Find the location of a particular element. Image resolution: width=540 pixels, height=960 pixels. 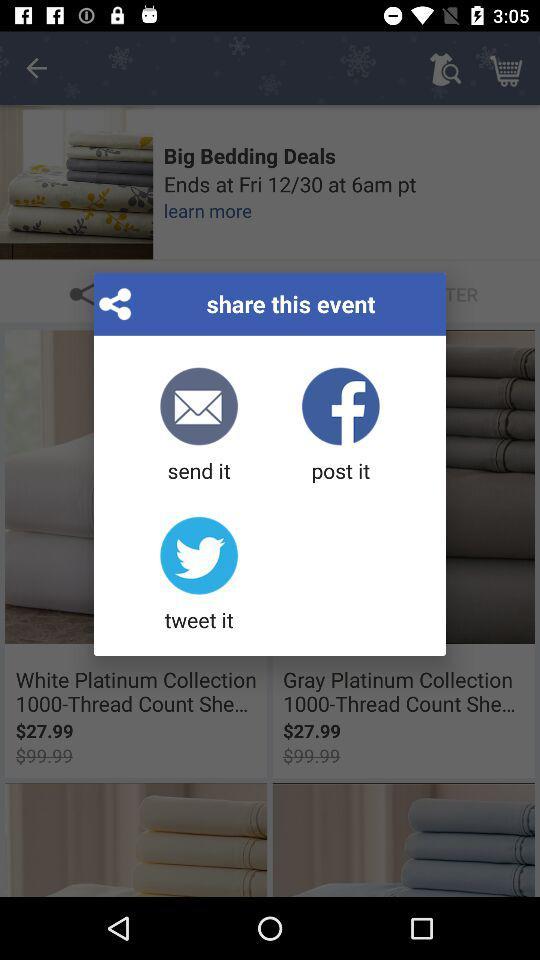

the tweet it icon is located at coordinates (199, 575).